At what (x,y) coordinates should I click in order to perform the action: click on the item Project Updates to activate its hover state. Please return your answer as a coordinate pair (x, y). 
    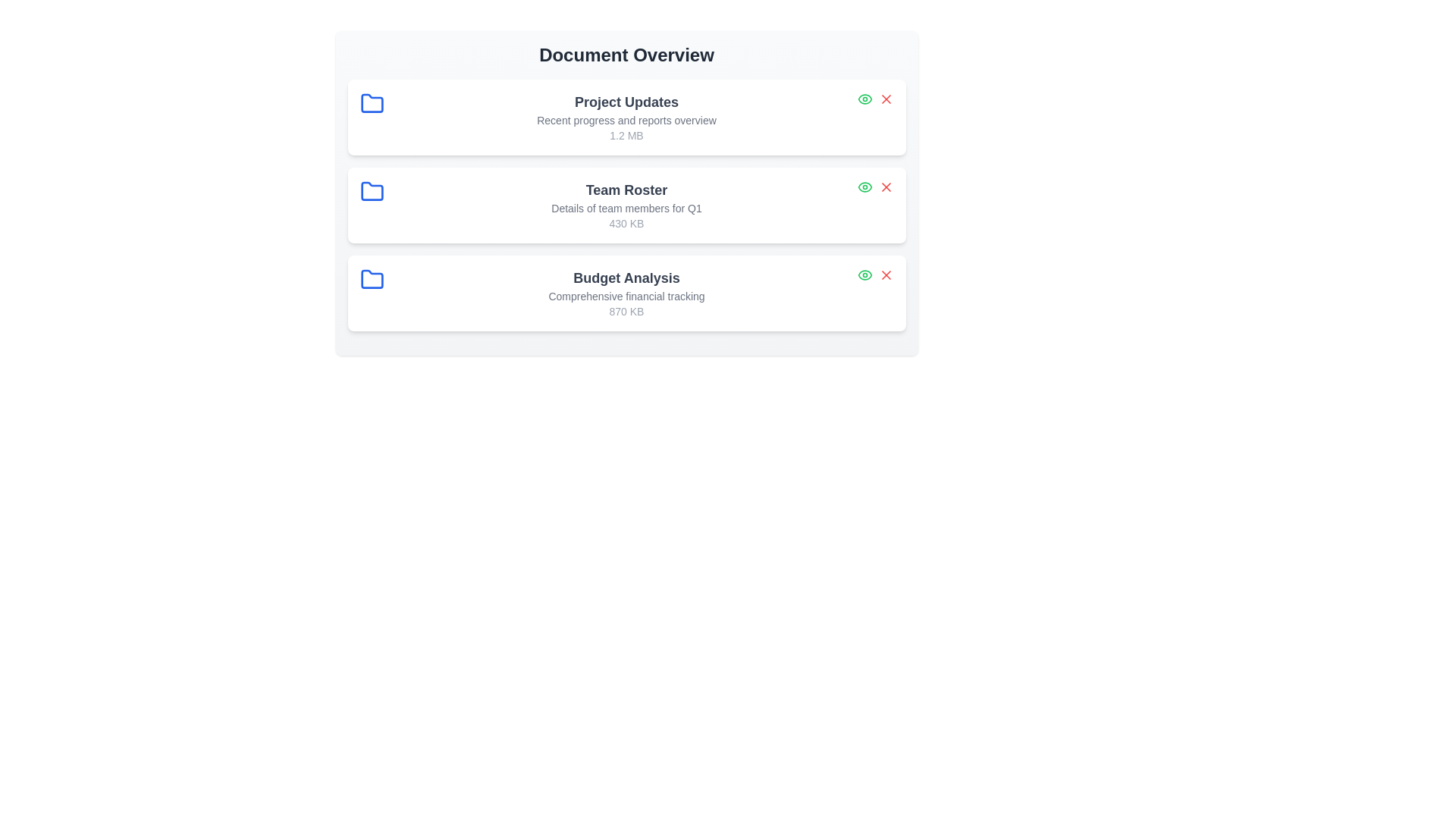
    Looking at the image, I should click on (626, 116).